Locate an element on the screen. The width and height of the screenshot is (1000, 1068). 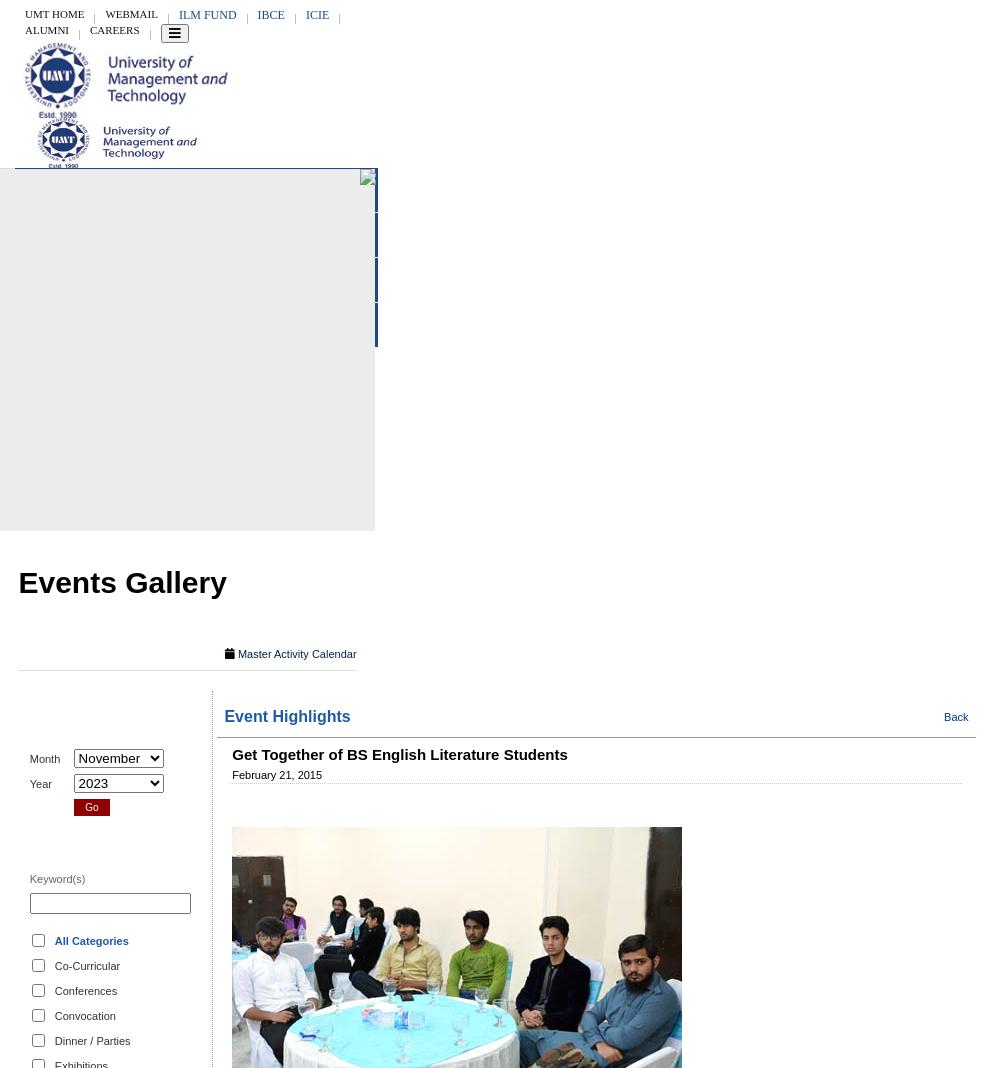
'All Categories' is located at coordinates (90, 939).